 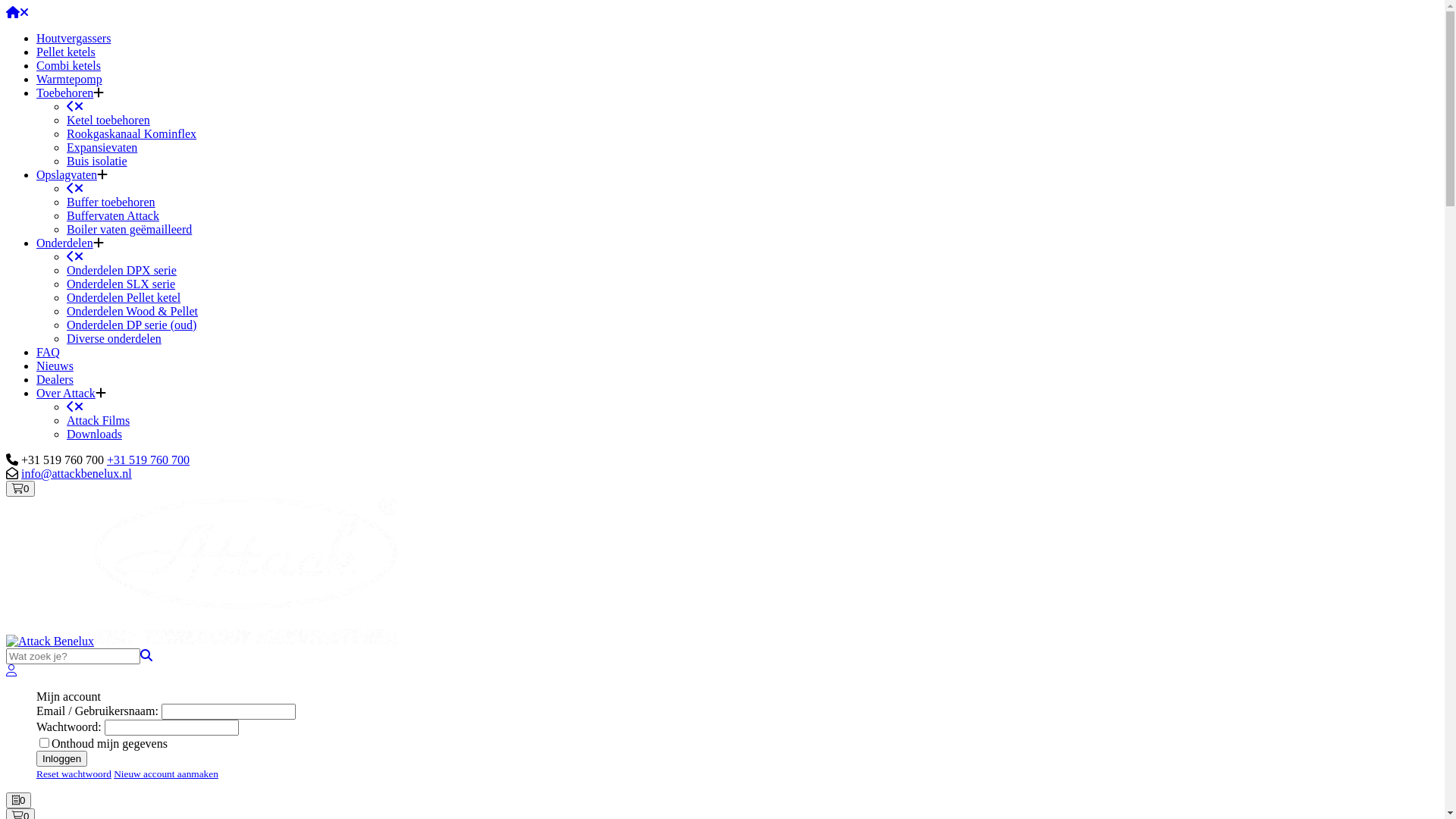 What do you see at coordinates (73, 773) in the screenshot?
I see `'Reset wachtwoord'` at bounding box center [73, 773].